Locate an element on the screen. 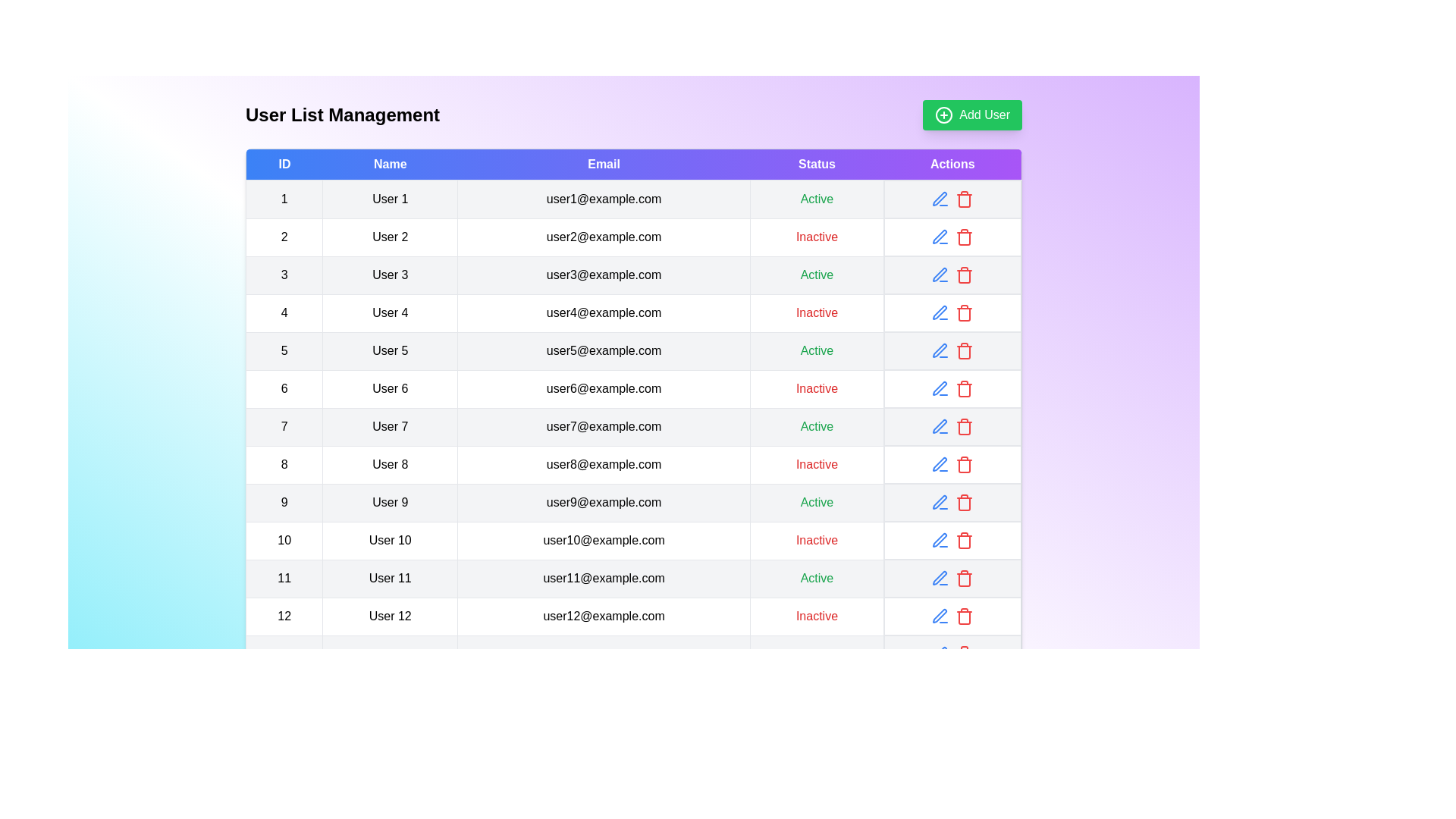 The height and width of the screenshot is (819, 1456). the column header to sort the table by Email is located at coordinates (603, 164).